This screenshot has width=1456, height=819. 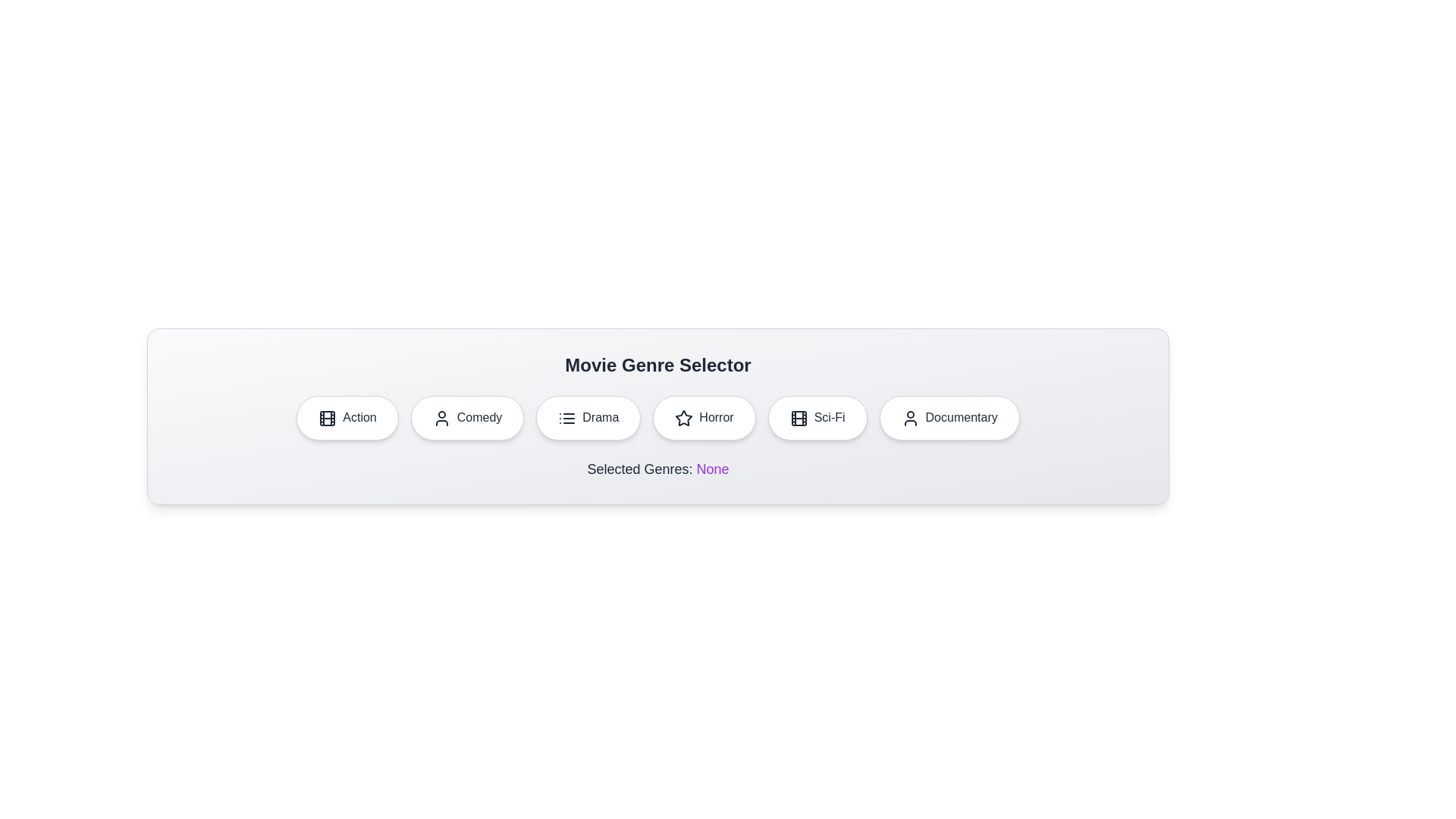 I want to click on the 'Comedy' genre selection button, which is the second button from the left, positioned between the 'Action' button and the 'Drama' button, so click(x=466, y=418).